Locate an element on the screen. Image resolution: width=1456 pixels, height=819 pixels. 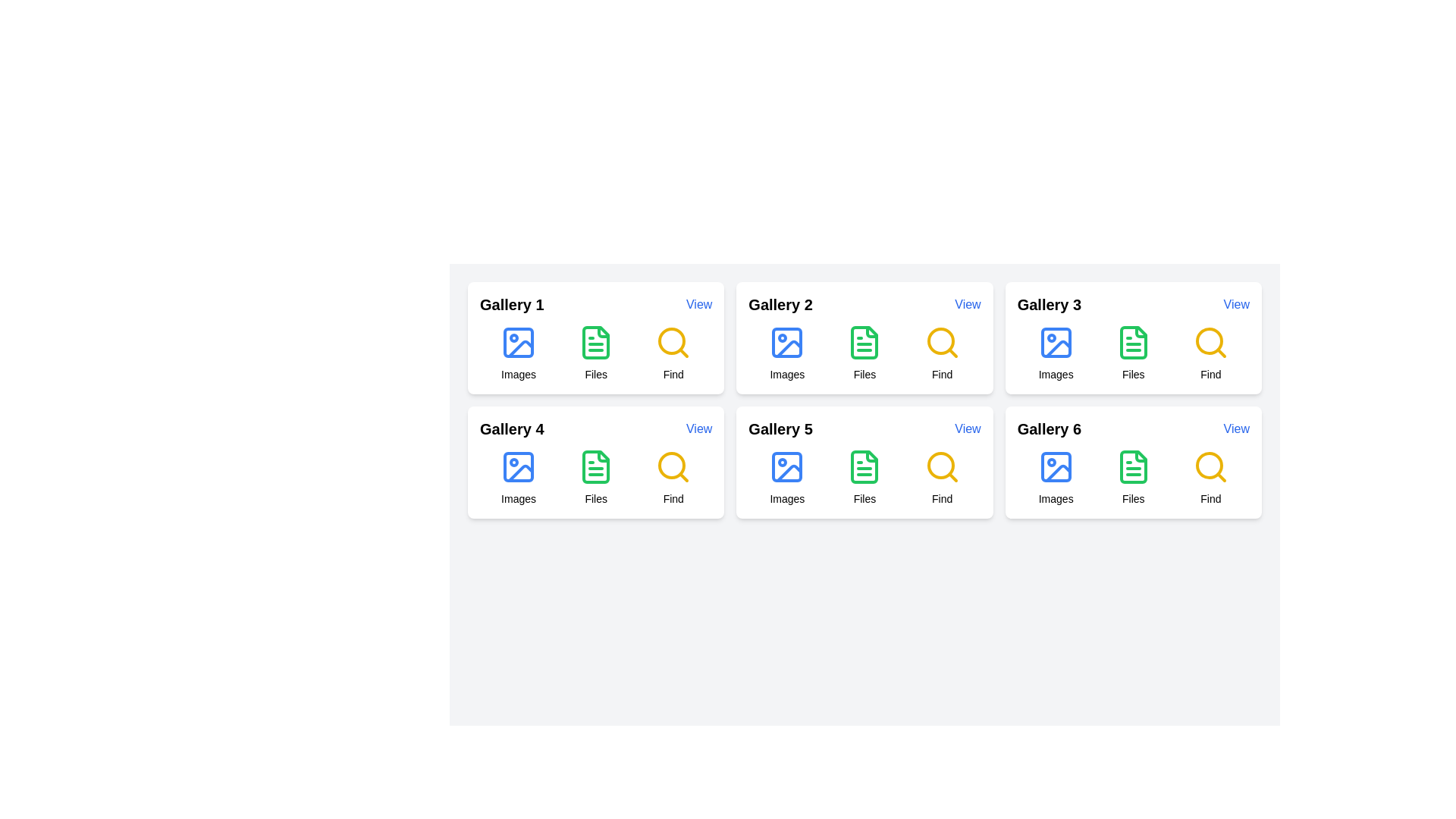
text label displaying 'Images' located below the image icon in the first card of the first row of gallery cards is located at coordinates (519, 374).